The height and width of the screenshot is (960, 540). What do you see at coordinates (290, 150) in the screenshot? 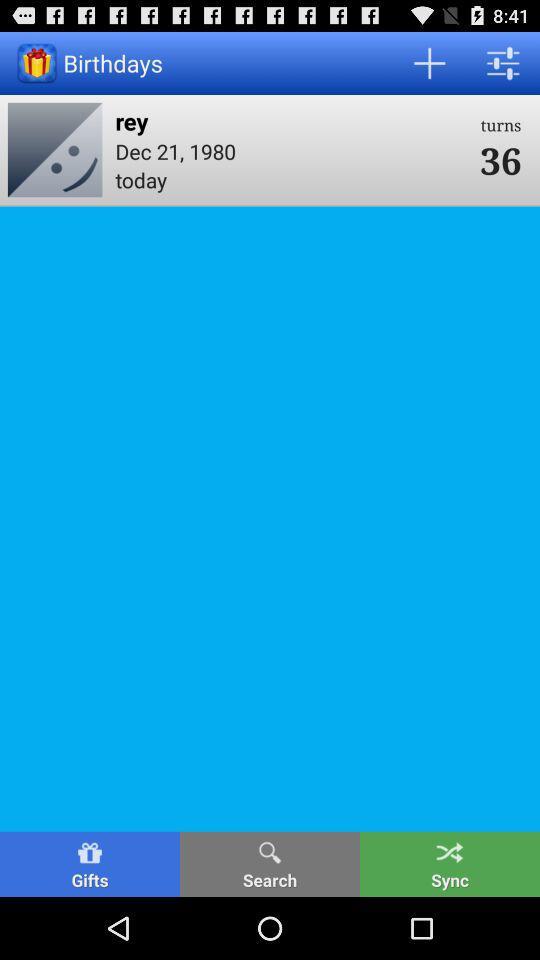
I see `the dec 21, 1980 item` at bounding box center [290, 150].